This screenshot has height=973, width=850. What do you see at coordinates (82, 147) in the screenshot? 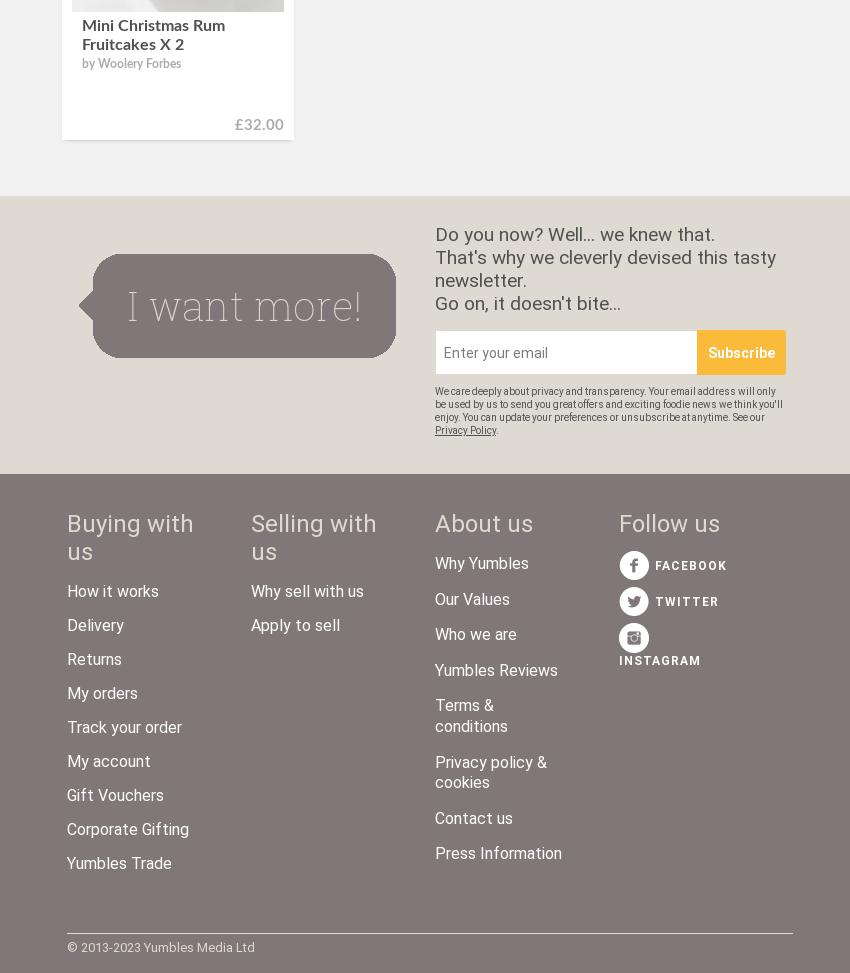
I see `'See related products +'` at bounding box center [82, 147].